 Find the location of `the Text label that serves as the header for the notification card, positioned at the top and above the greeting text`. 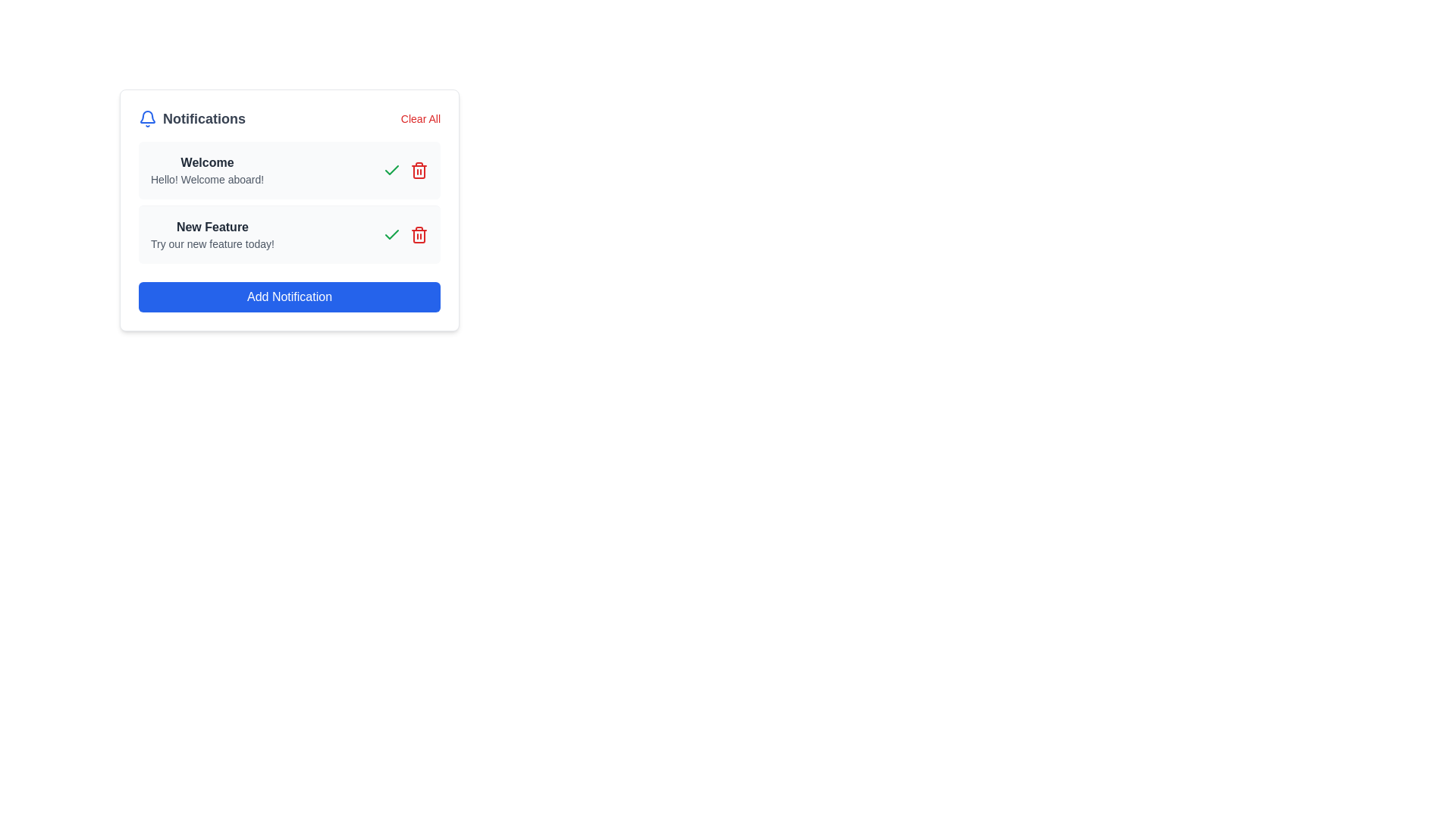

the Text label that serves as the header for the notification card, positioned at the top and above the greeting text is located at coordinates (206, 163).